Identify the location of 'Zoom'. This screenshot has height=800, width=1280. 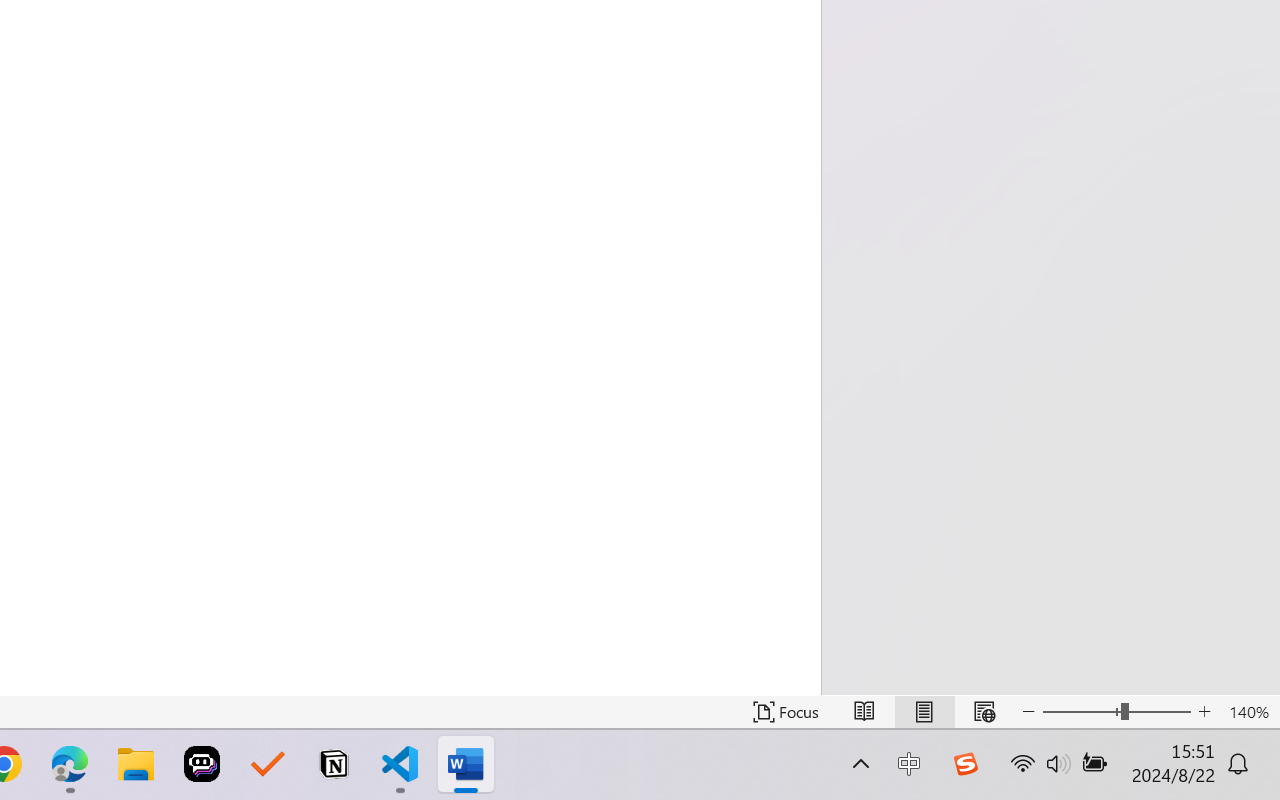
(1115, 711).